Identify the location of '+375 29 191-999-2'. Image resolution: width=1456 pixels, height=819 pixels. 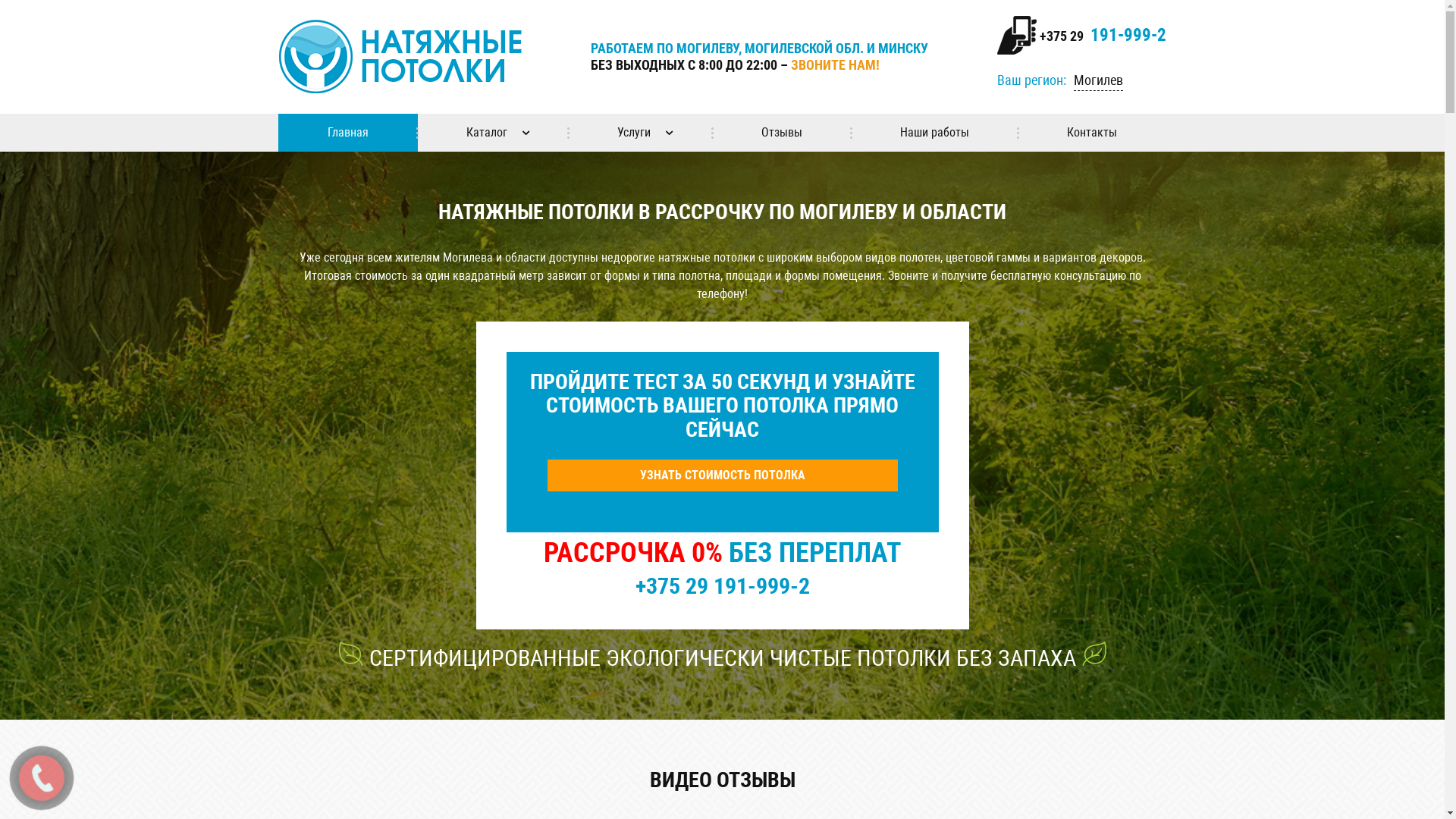
(1100, 35).